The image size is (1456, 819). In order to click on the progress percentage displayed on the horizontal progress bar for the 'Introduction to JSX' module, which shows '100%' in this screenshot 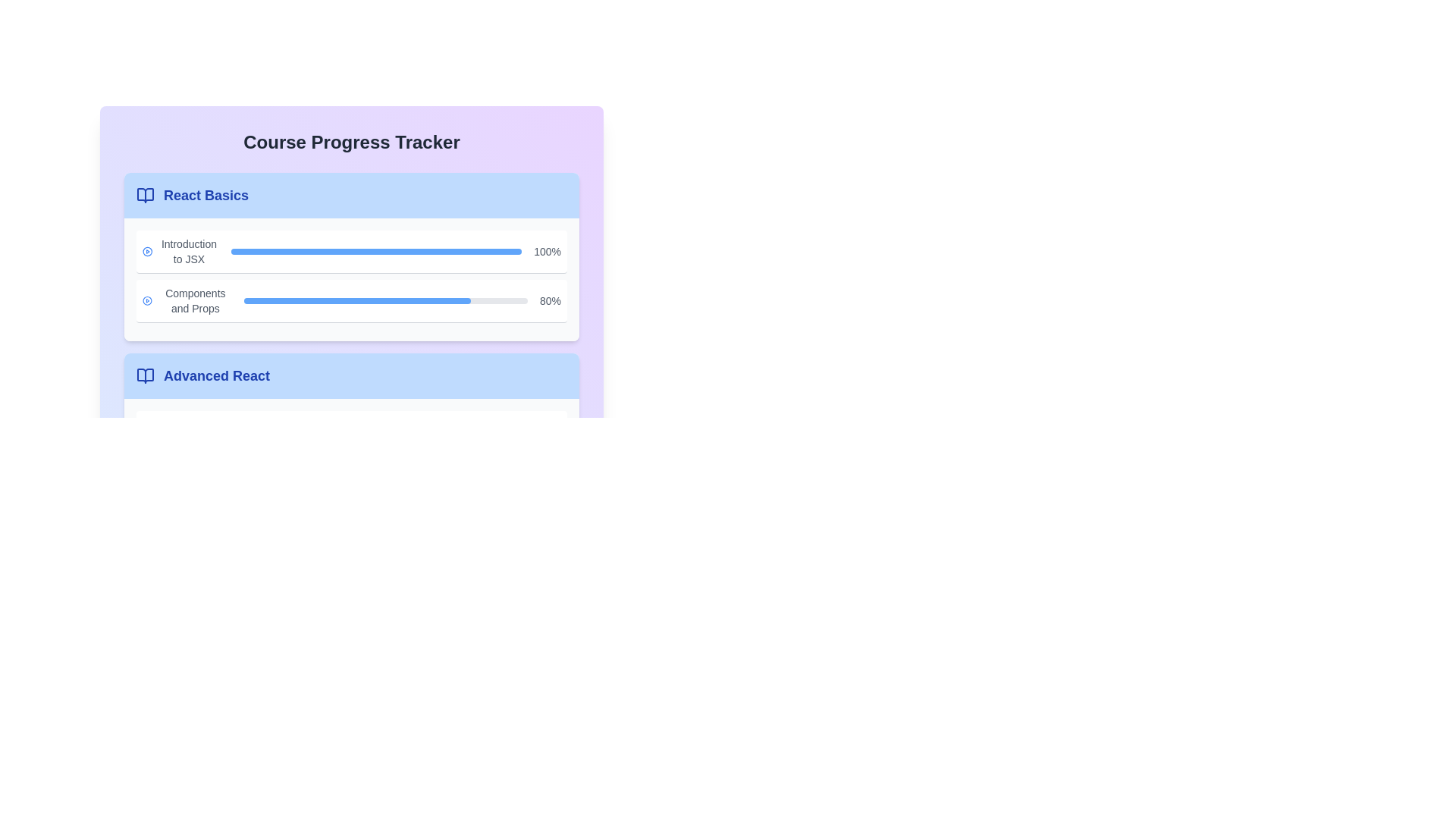, I will do `click(351, 252)`.